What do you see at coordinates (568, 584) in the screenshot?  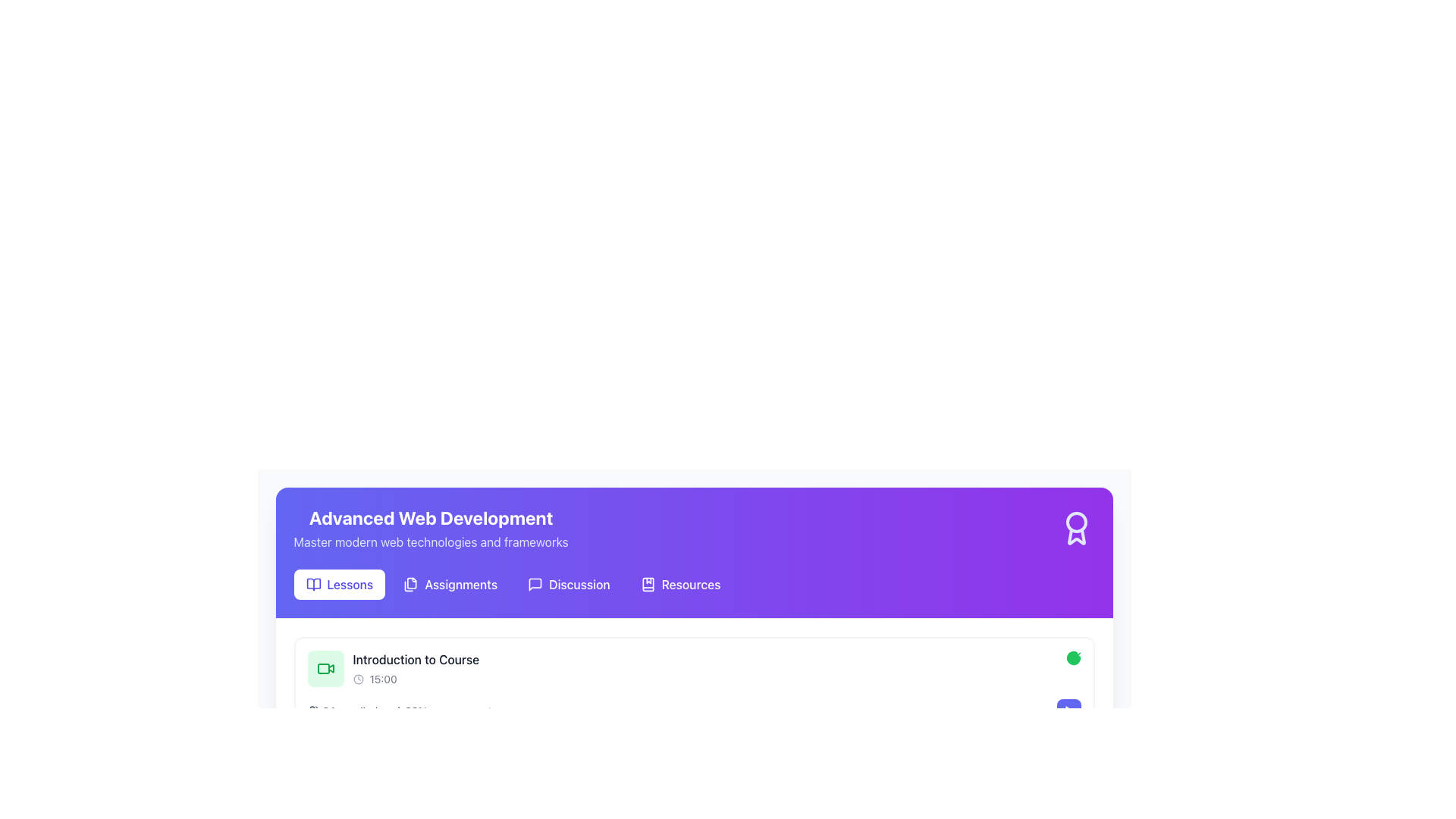 I see `the third button from the left, located between the 'Assignments' and 'Resources' buttons` at bounding box center [568, 584].